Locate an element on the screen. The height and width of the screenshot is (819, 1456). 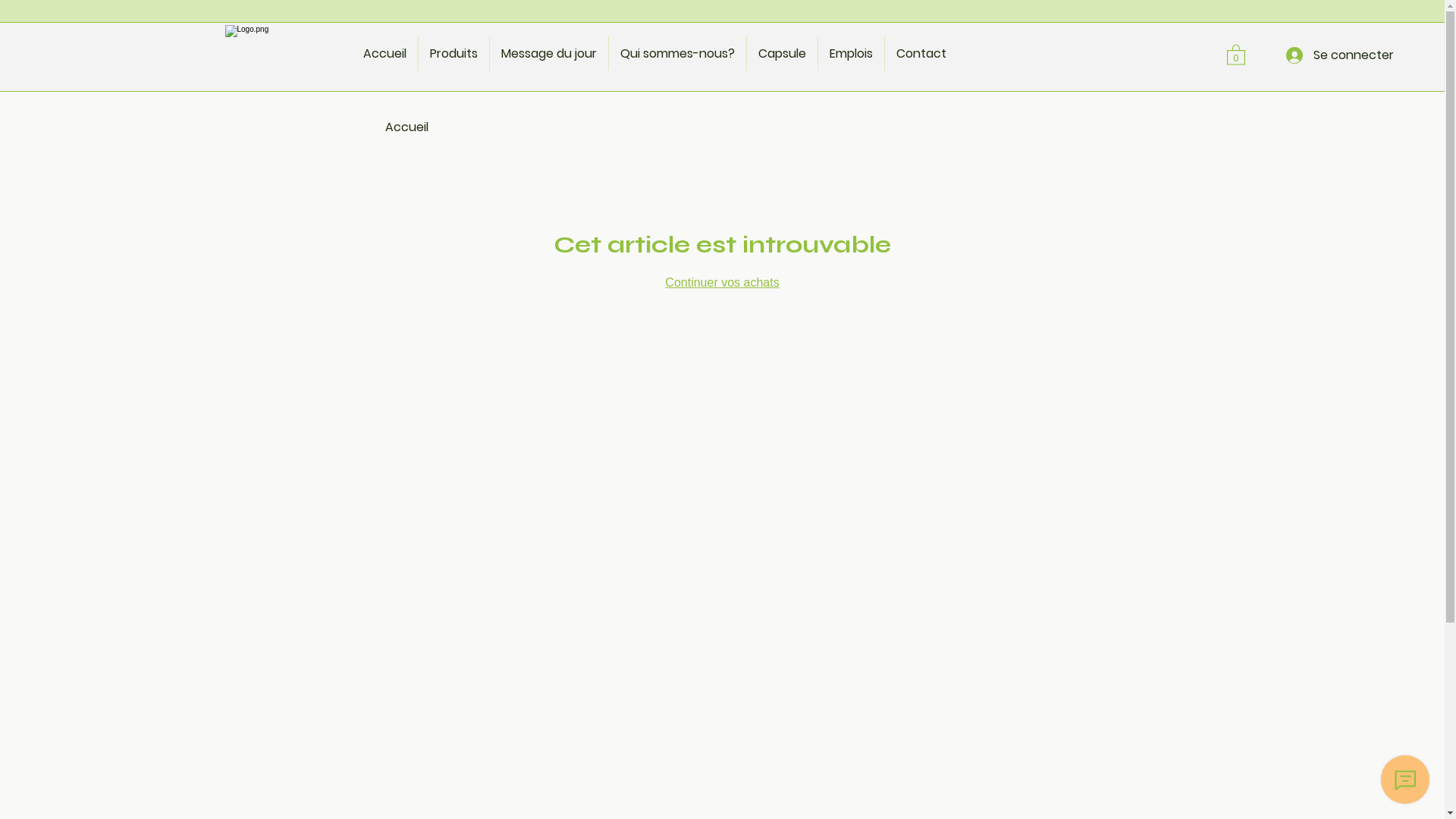
'Produits' is located at coordinates (419, 52).